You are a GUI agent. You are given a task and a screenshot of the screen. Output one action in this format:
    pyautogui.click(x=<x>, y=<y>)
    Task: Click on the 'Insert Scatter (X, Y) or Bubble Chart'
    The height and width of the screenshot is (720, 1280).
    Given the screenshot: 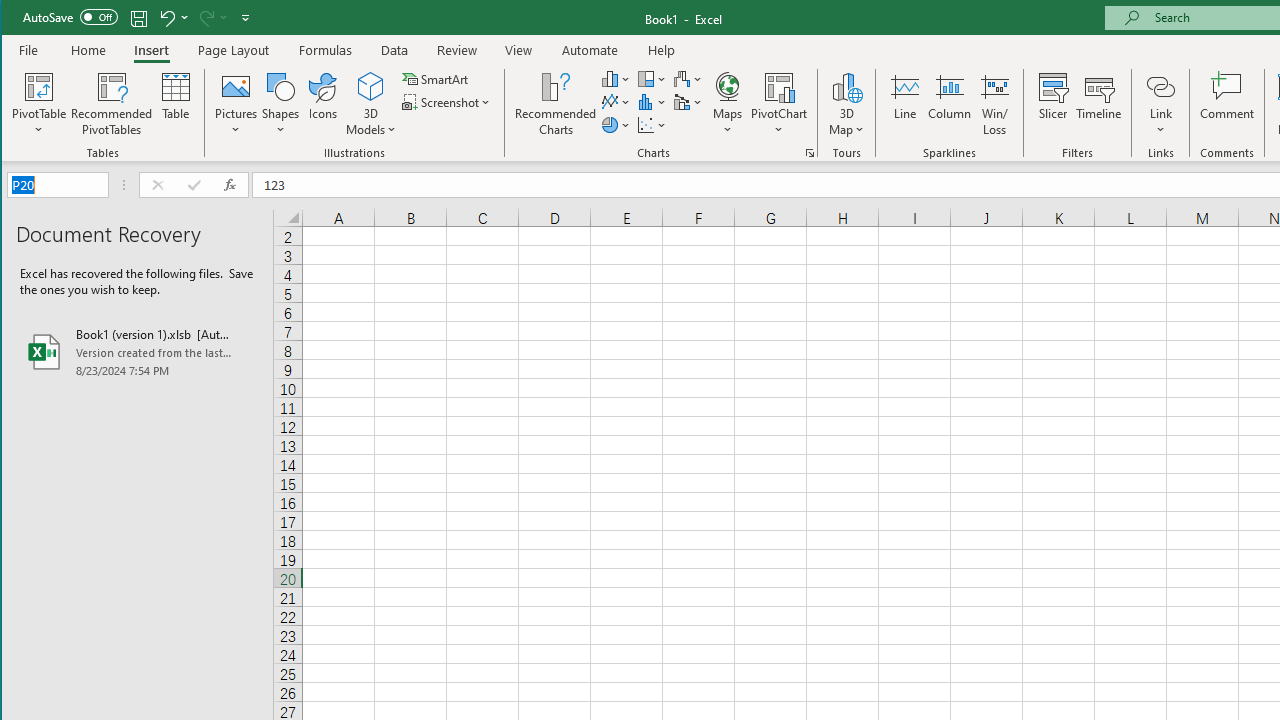 What is the action you would take?
    pyautogui.click(x=652, y=125)
    